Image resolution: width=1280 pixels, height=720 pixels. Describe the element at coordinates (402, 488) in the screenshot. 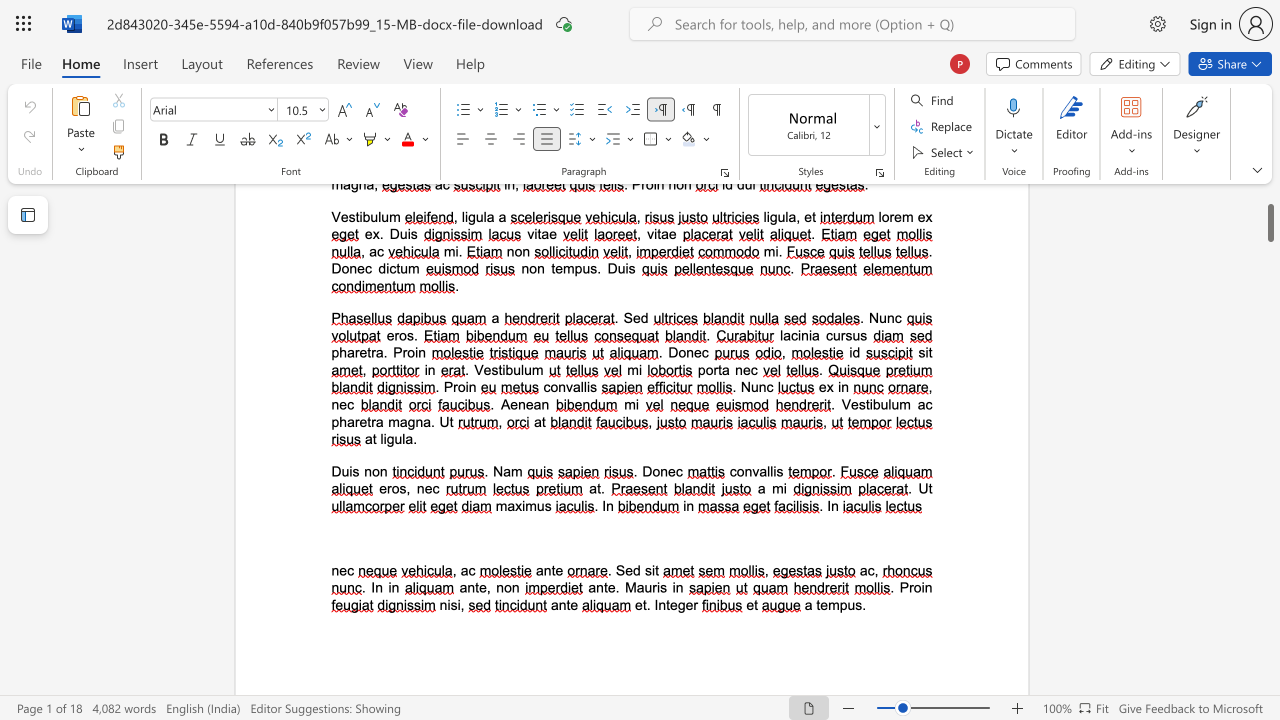

I see `the 1th character "s" in the text` at that location.